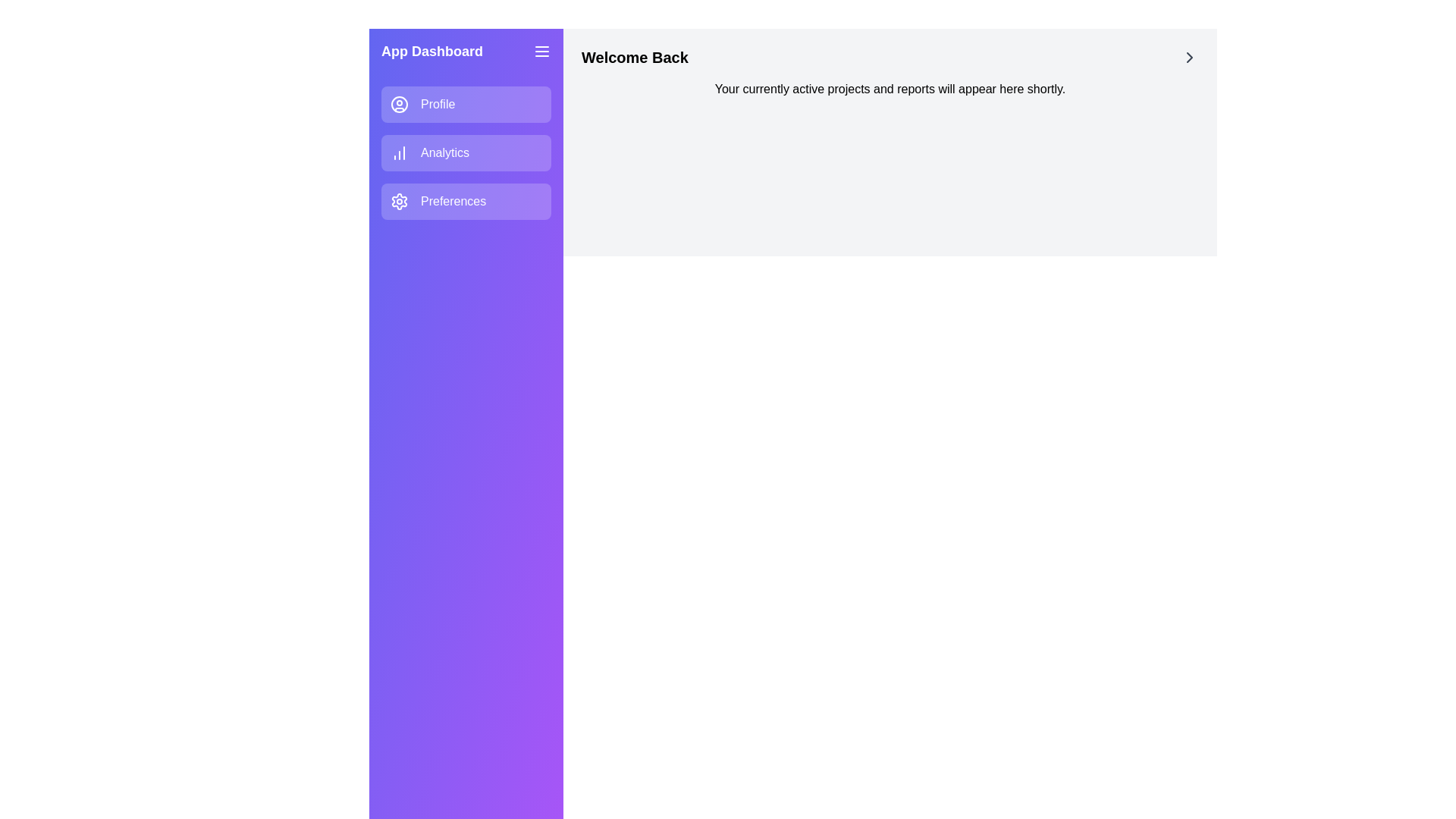 This screenshot has height=819, width=1456. I want to click on menu button to toggle the visibility of the drawer menu, so click(542, 51).